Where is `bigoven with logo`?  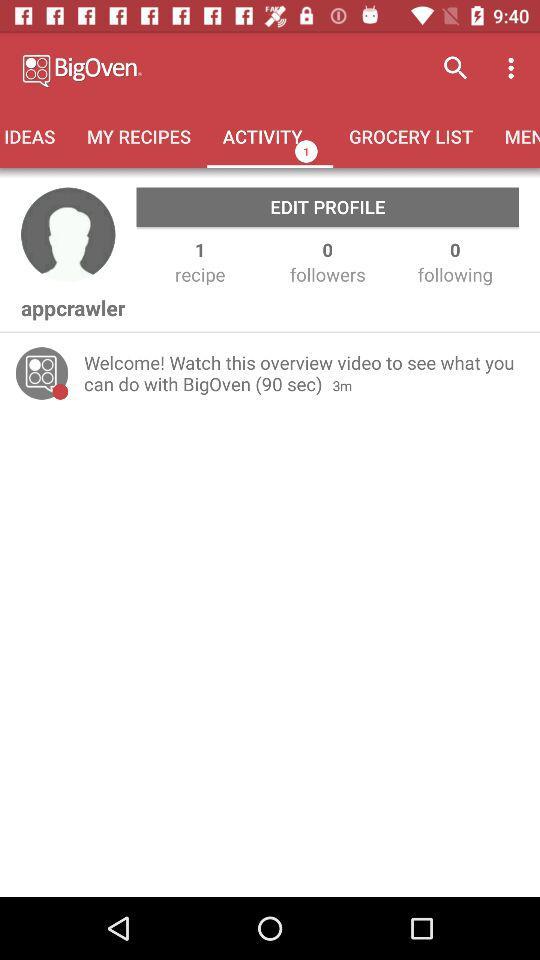 bigoven with logo is located at coordinates (164, 68).